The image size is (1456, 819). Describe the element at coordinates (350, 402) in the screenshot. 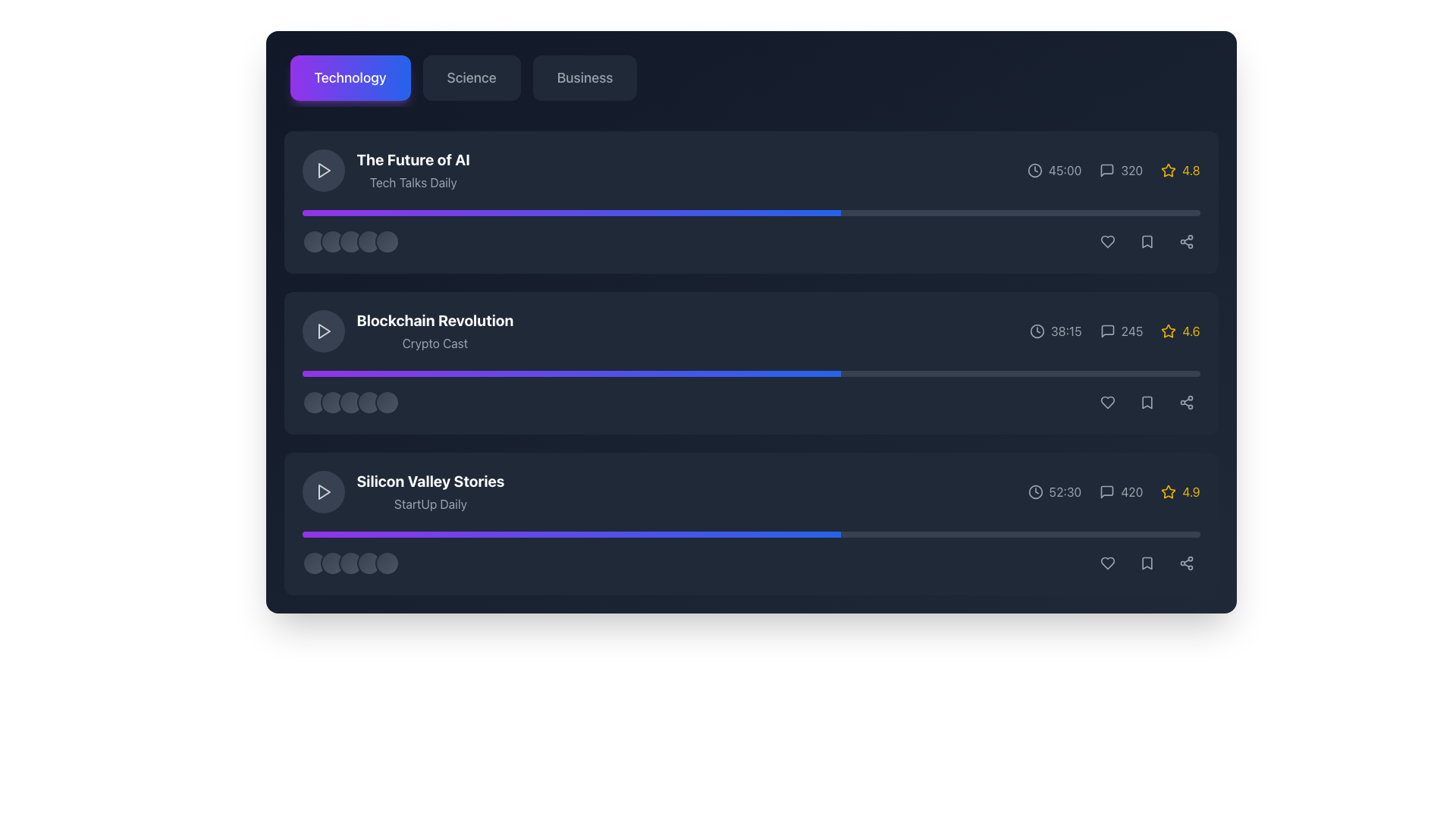

I see `the third circular progress node with a gradient fill in the 'Blockchain Revolution' section` at that location.